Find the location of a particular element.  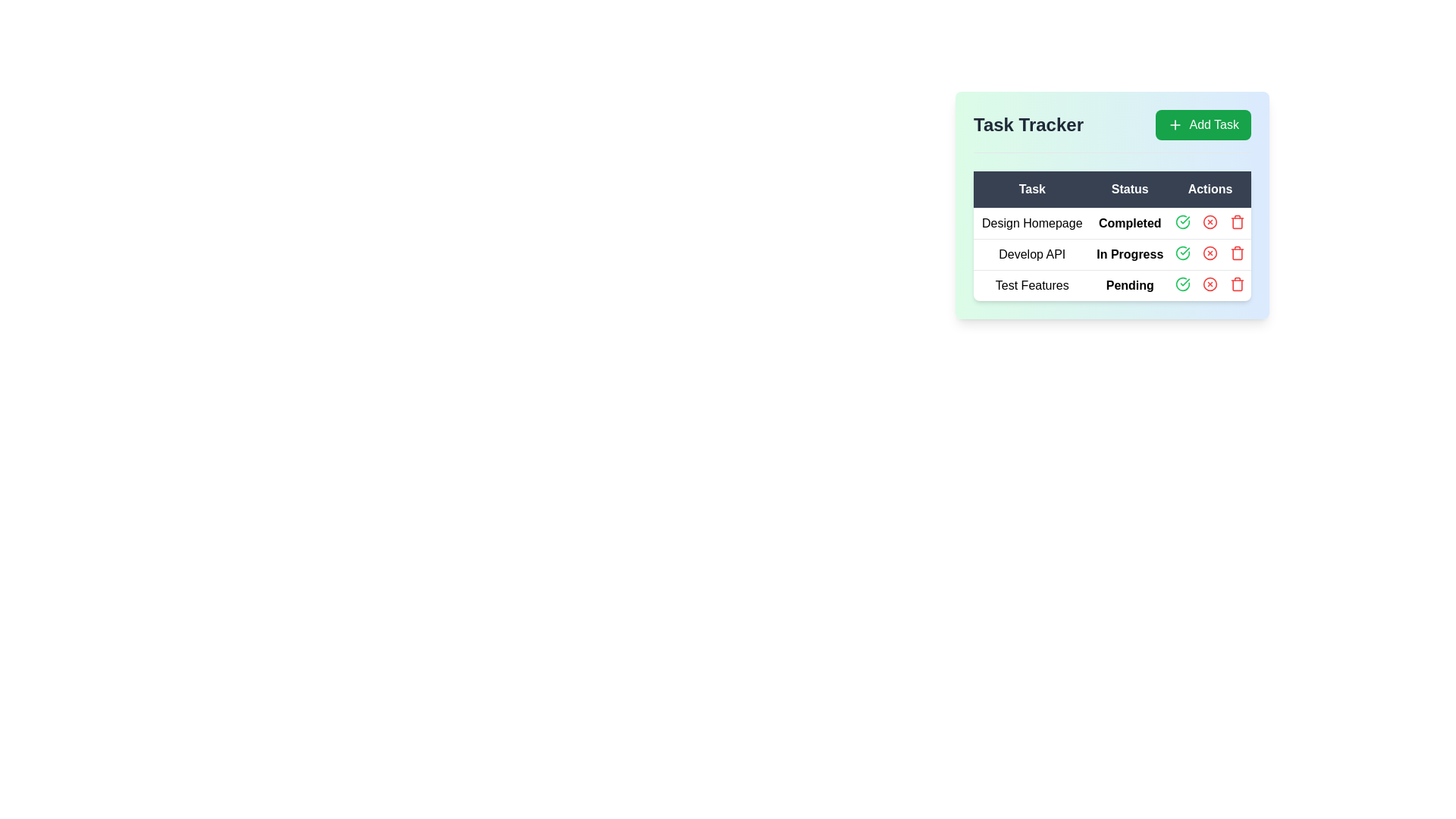

the trash can icon in the Actions column of the second row in the task tracker table is located at coordinates (1238, 253).